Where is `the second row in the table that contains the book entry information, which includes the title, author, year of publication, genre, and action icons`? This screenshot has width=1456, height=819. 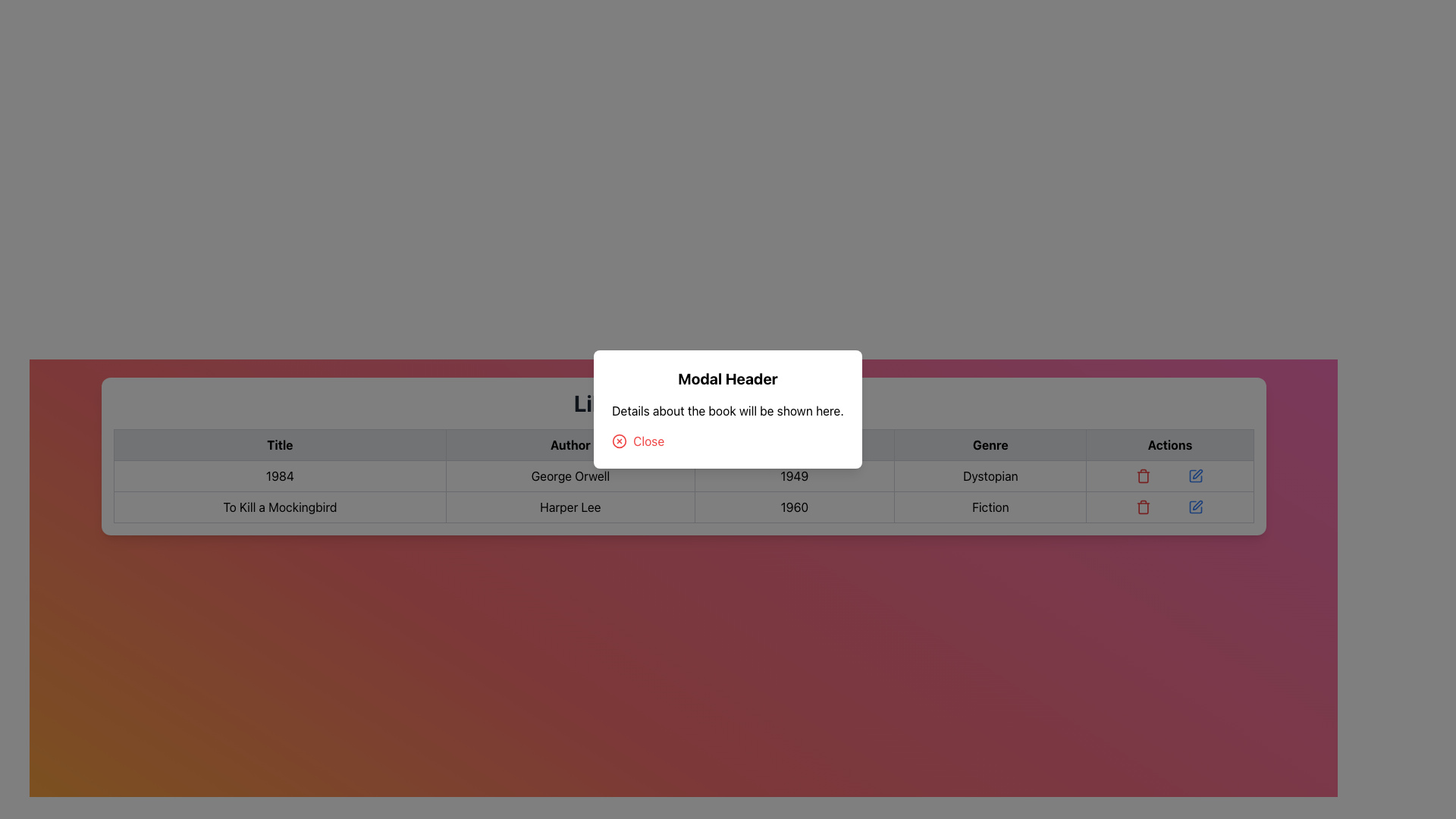 the second row in the table that contains the book entry information, which includes the title, author, year of publication, genre, and action icons is located at coordinates (682, 507).